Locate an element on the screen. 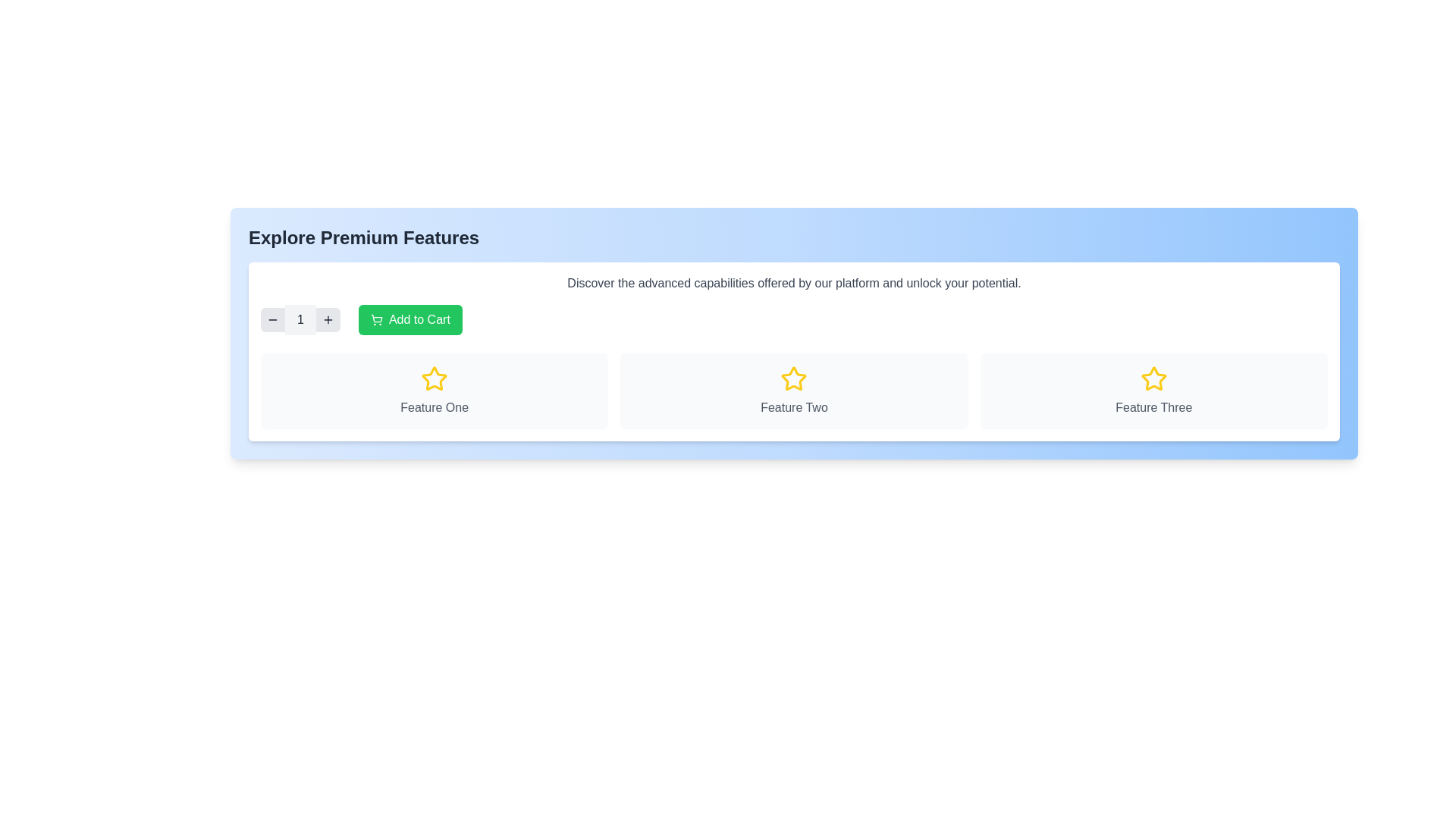 The width and height of the screenshot is (1456, 819). the Numeric Display element that shows the value '1', which is located between the '-' and '+' buttons in a numeric stepper functionality is located at coordinates (300, 318).